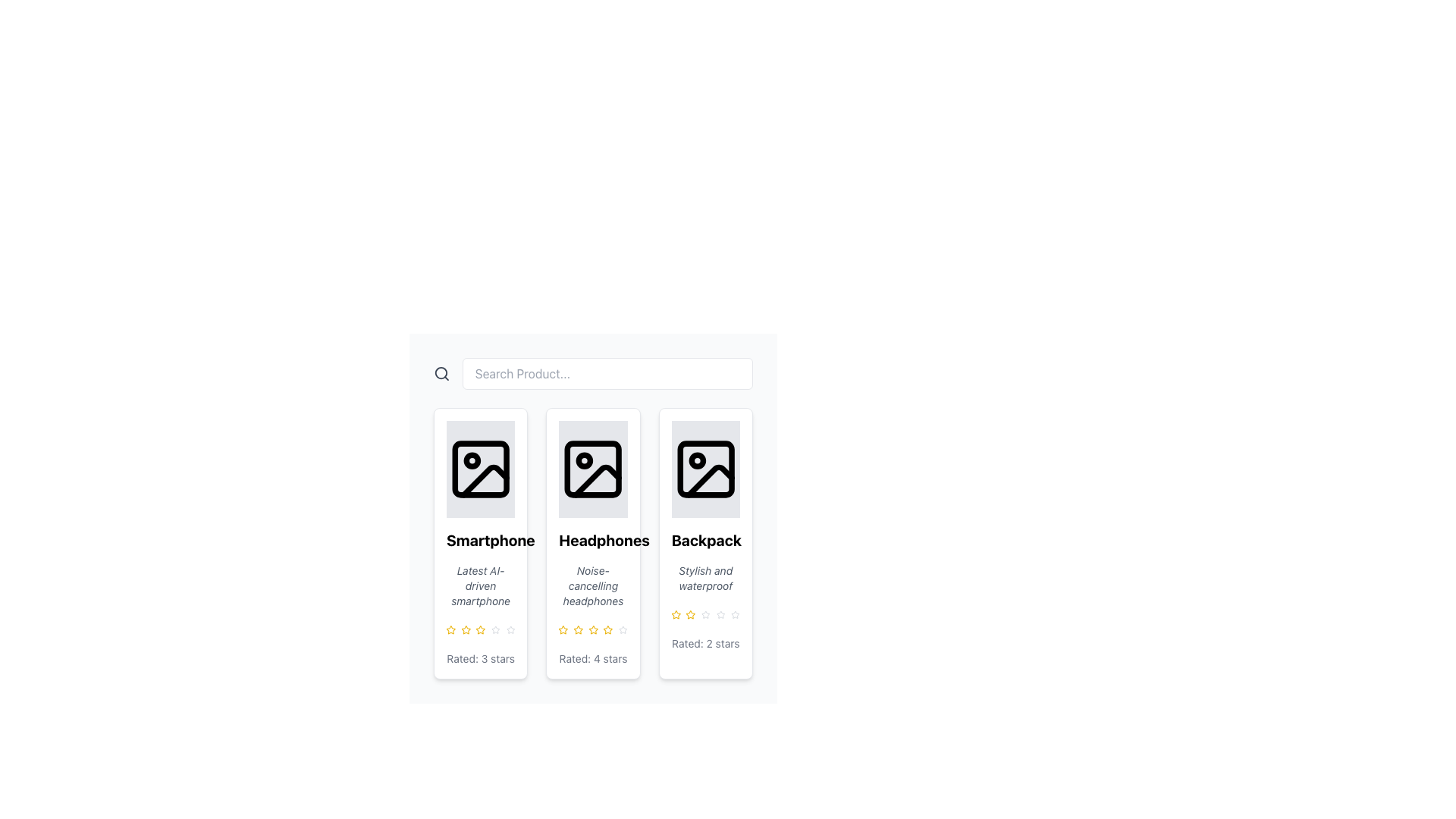 The width and height of the screenshot is (1456, 819). What do you see at coordinates (465, 629) in the screenshot?
I see `the third rating star icon button representing the product rating for 'Smartphone'` at bounding box center [465, 629].